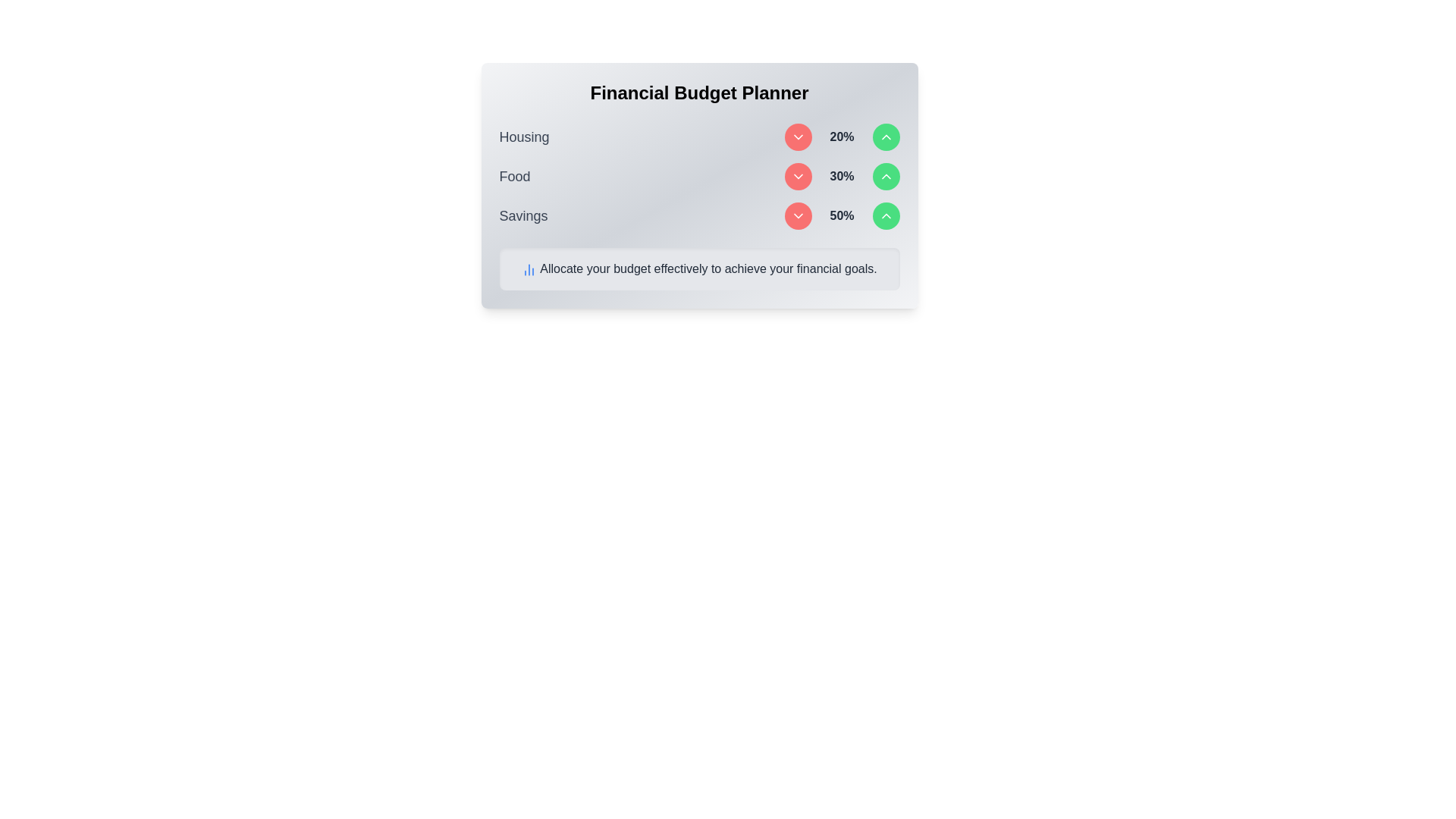 The height and width of the screenshot is (819, 1456). I want to click on the label displaying '50%' in bold text, which is centered between a red circular button on the left and a green circular button on the right in the third row under 'Savings', so click(841, 216).